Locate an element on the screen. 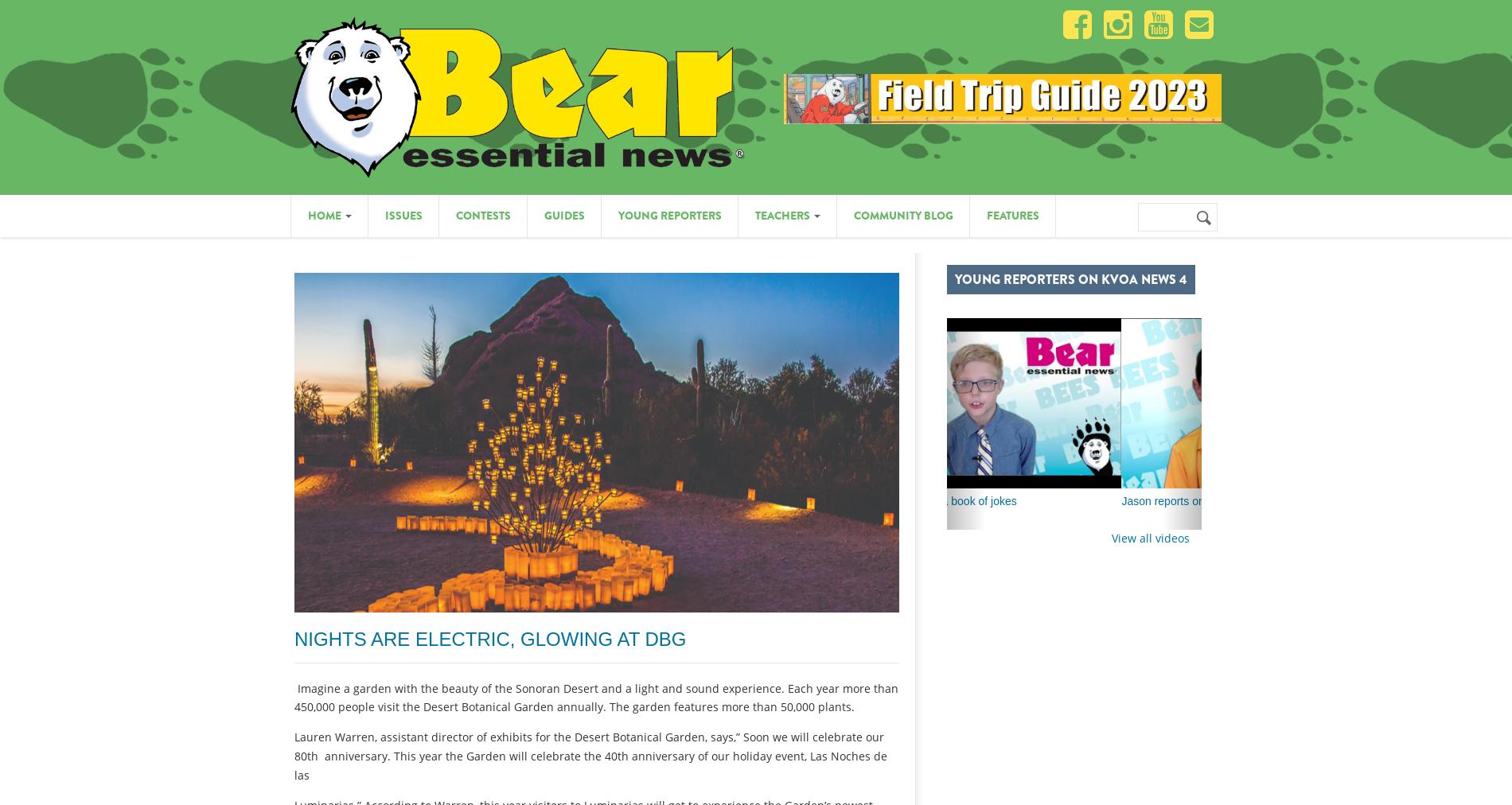 This screenshot has width=1512, height=805. 'Imagine a garden with the beauty of the Sonoran Desert and a light and sound experience. Each year more than 450,000 people visit the Desert Botanical Garden annually. The garden features more than 50,000 plants.' is located at coordinates (595, 696).